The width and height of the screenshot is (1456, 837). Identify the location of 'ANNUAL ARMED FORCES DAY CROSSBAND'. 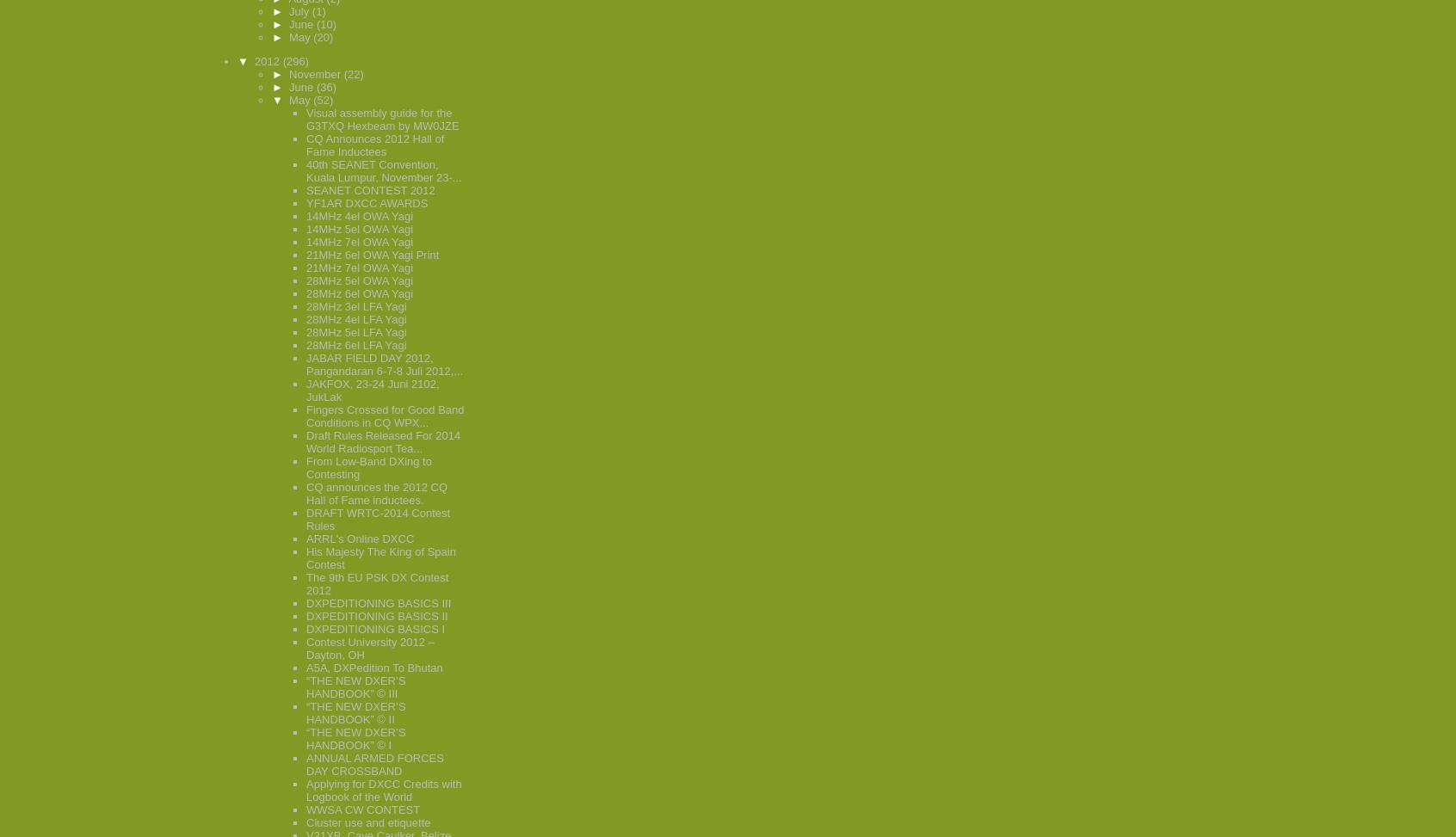
(373, 765).